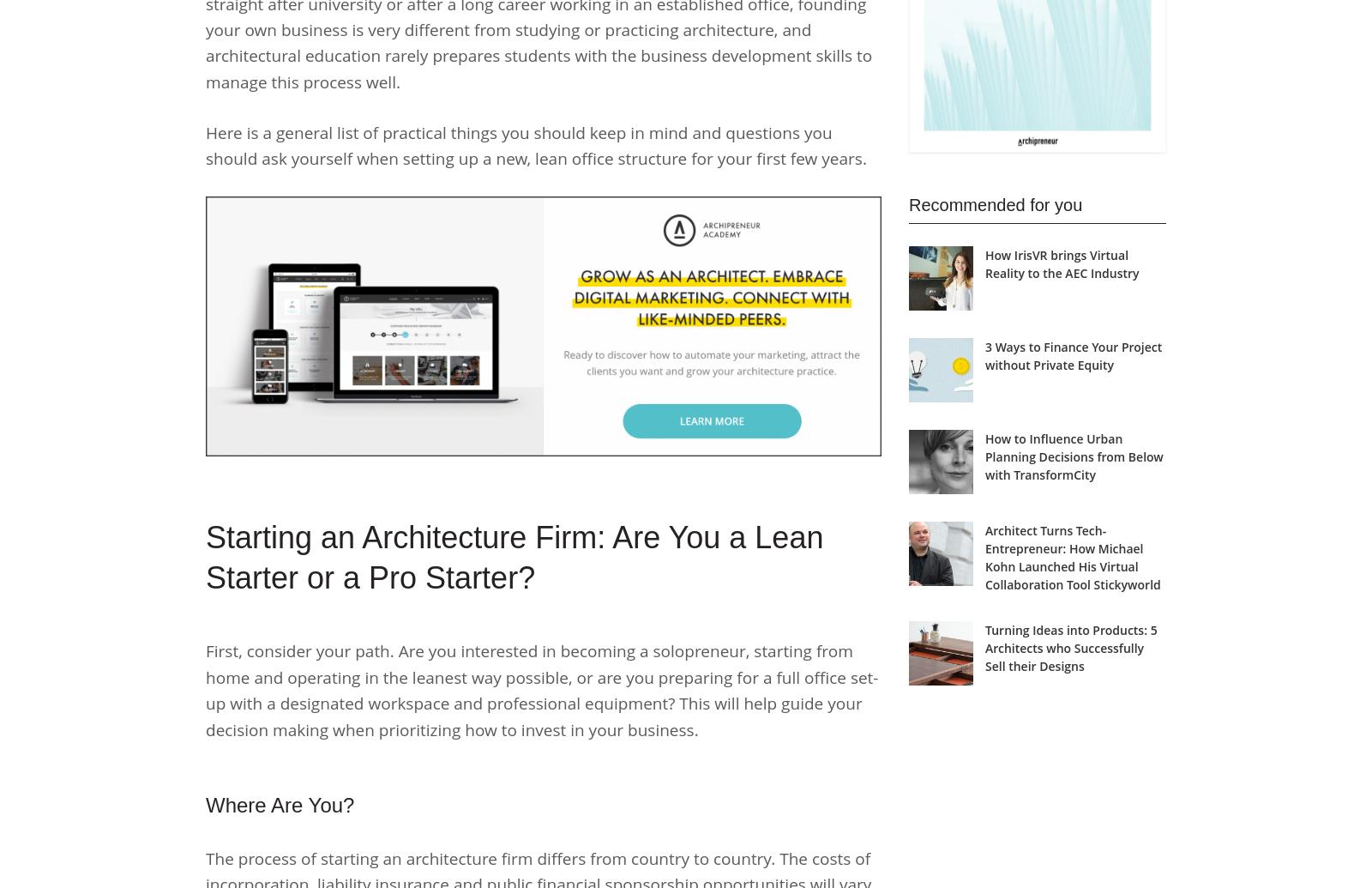 The height and width of the screenshot is (888, 1372). Describe the element at coordinates (535, 145) in the screenshot. I see `'Here is a general list of practical things you should keep in mind and questions you should ask yourself when setting up a new, lean office structure for your first few years.'` at that location.